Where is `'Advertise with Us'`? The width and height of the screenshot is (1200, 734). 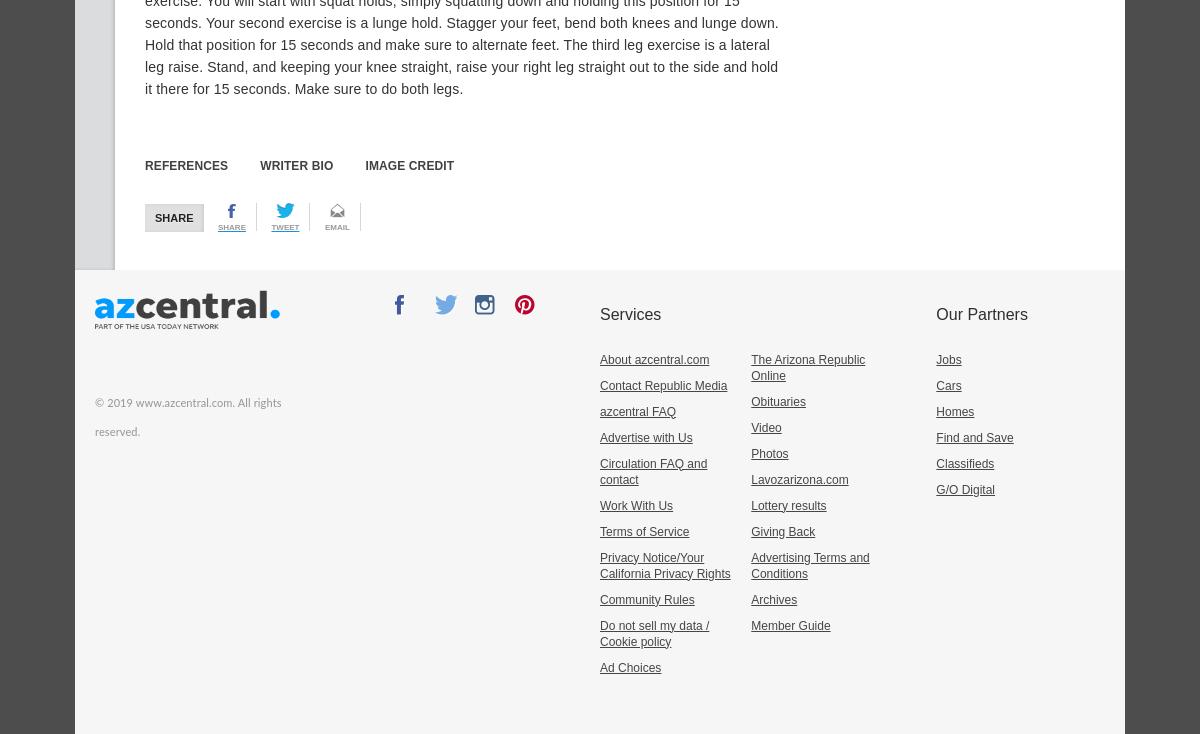 'Advertise with Us' is located at coordinates (645, 437).